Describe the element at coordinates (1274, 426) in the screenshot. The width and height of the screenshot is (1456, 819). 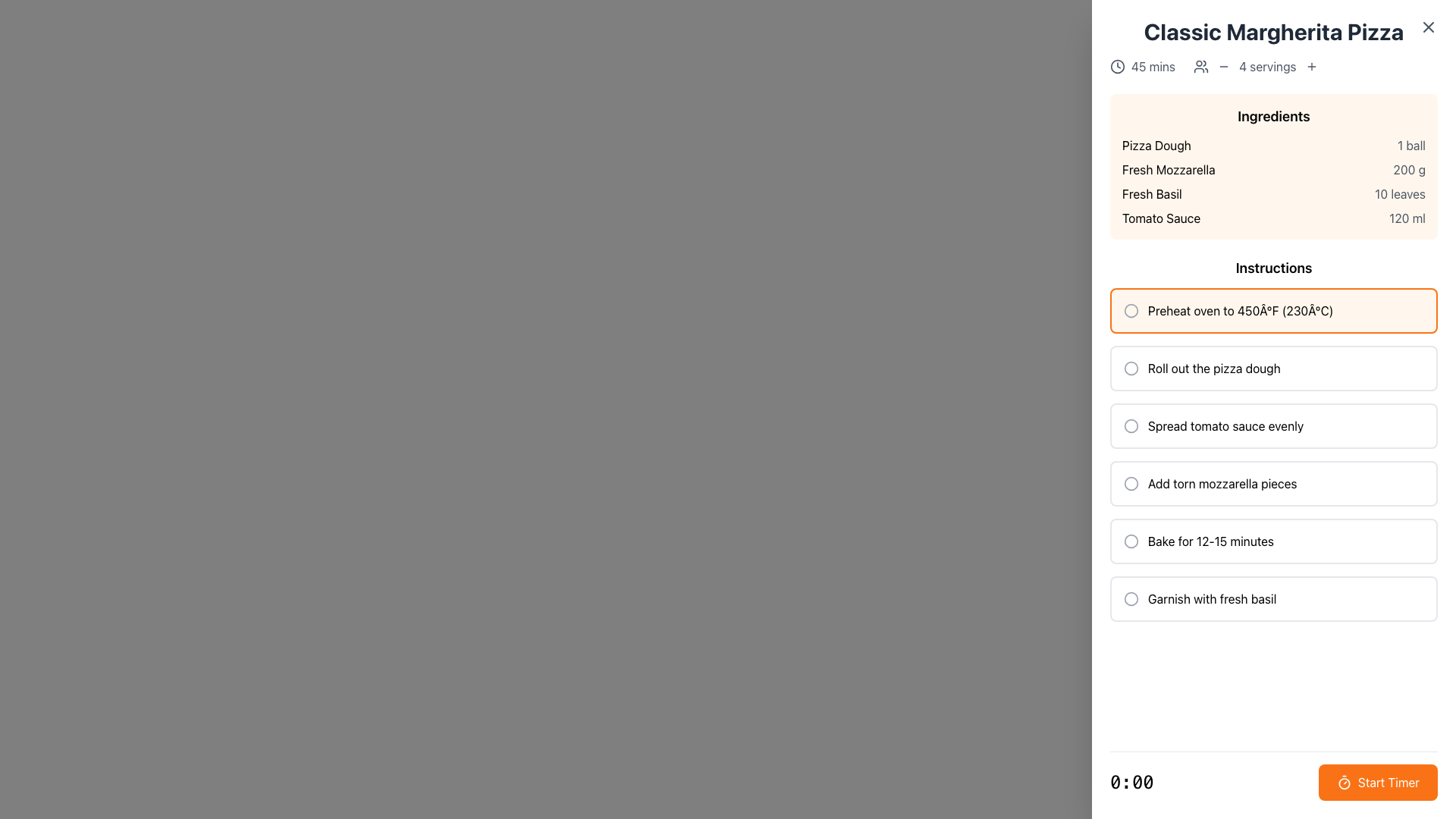
I see `the list item labeled 'Spread tomato sauce evenly', which includes a circular icon on the left side` at that location.